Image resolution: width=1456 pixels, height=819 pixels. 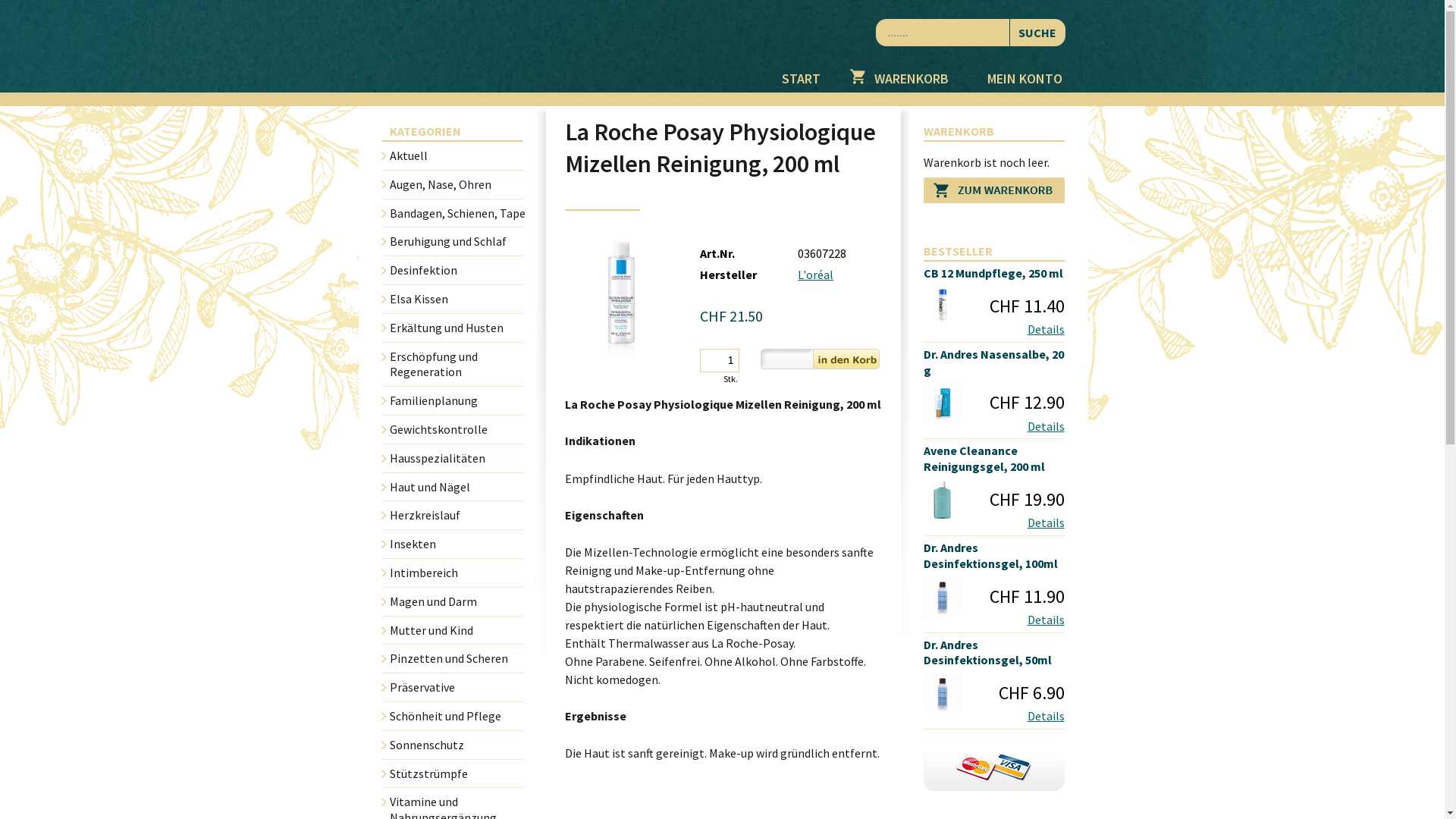 I want to click on 'Magen und Darm', so click(x=455, y=601).